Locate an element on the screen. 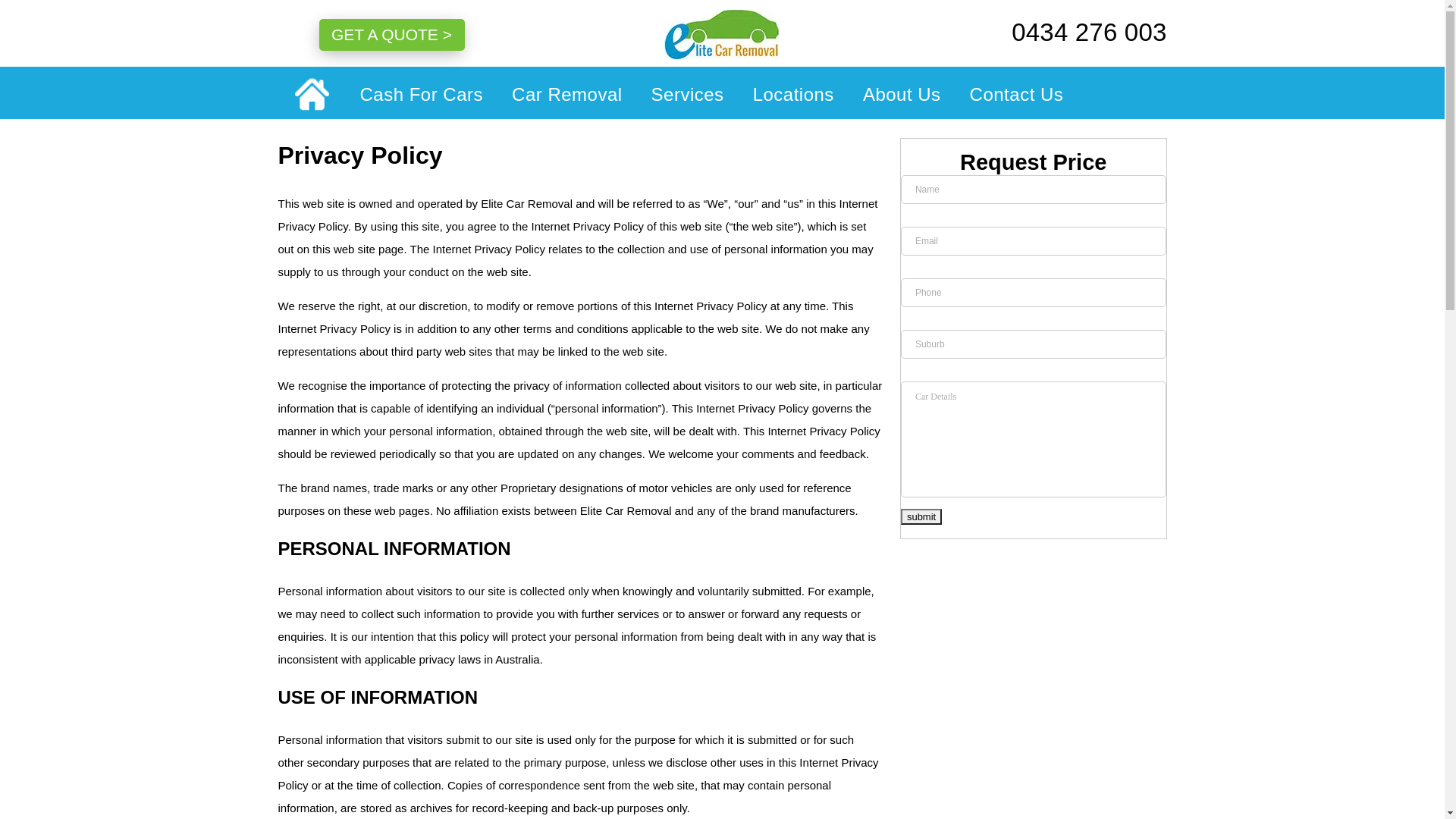 Image resolution: width=1456 pixels, height=819 pixels. 'Home' is located at coordinates (310, 94).